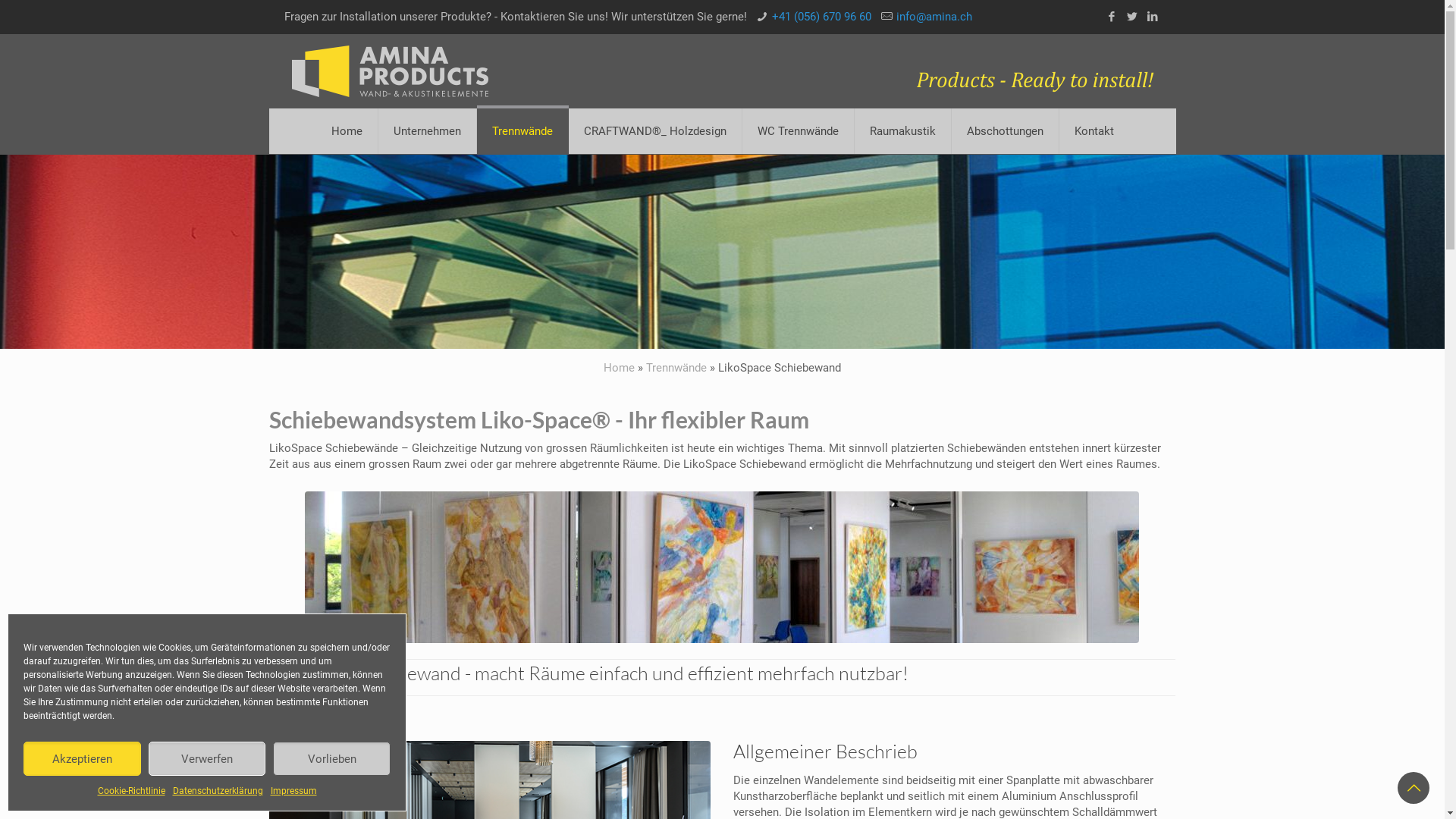  What do you see at coordinates (149, 758) in the screenshot?
I see `'Verwerfen'` at bounding box center [149, 758].